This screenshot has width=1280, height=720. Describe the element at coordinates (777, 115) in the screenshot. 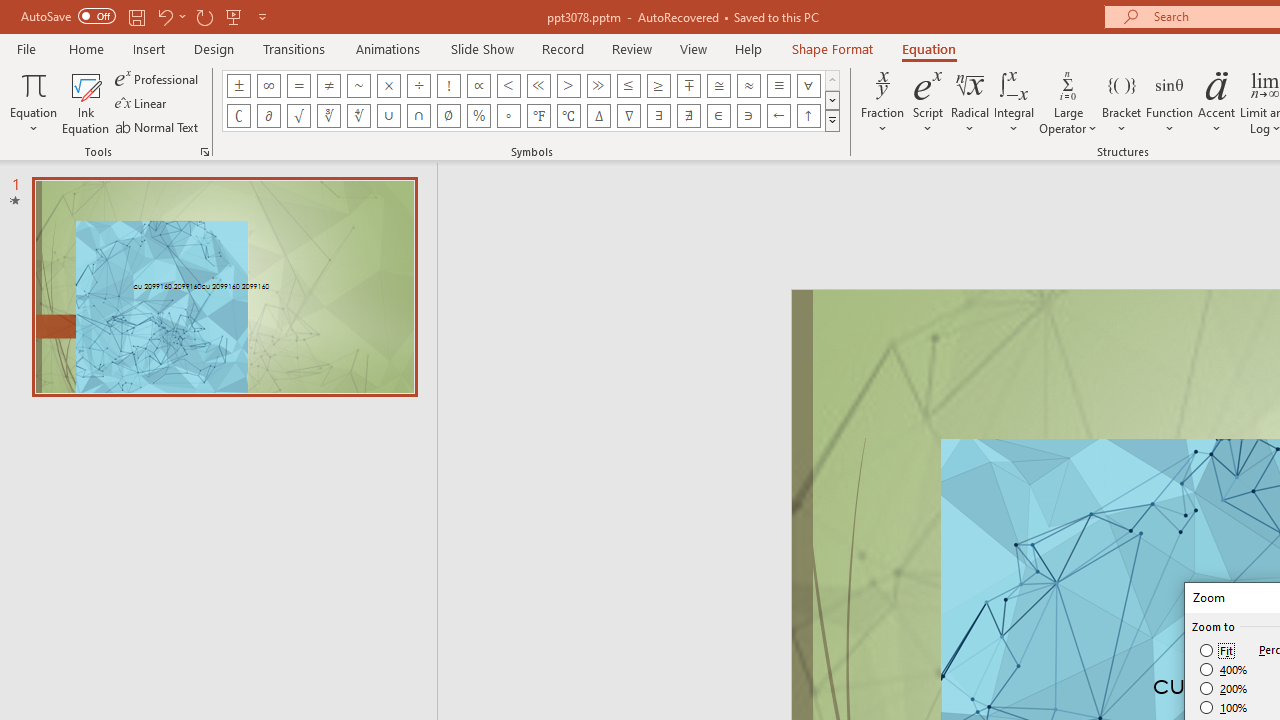

I see `'Equation Symbol Left Arrow'` at that location.